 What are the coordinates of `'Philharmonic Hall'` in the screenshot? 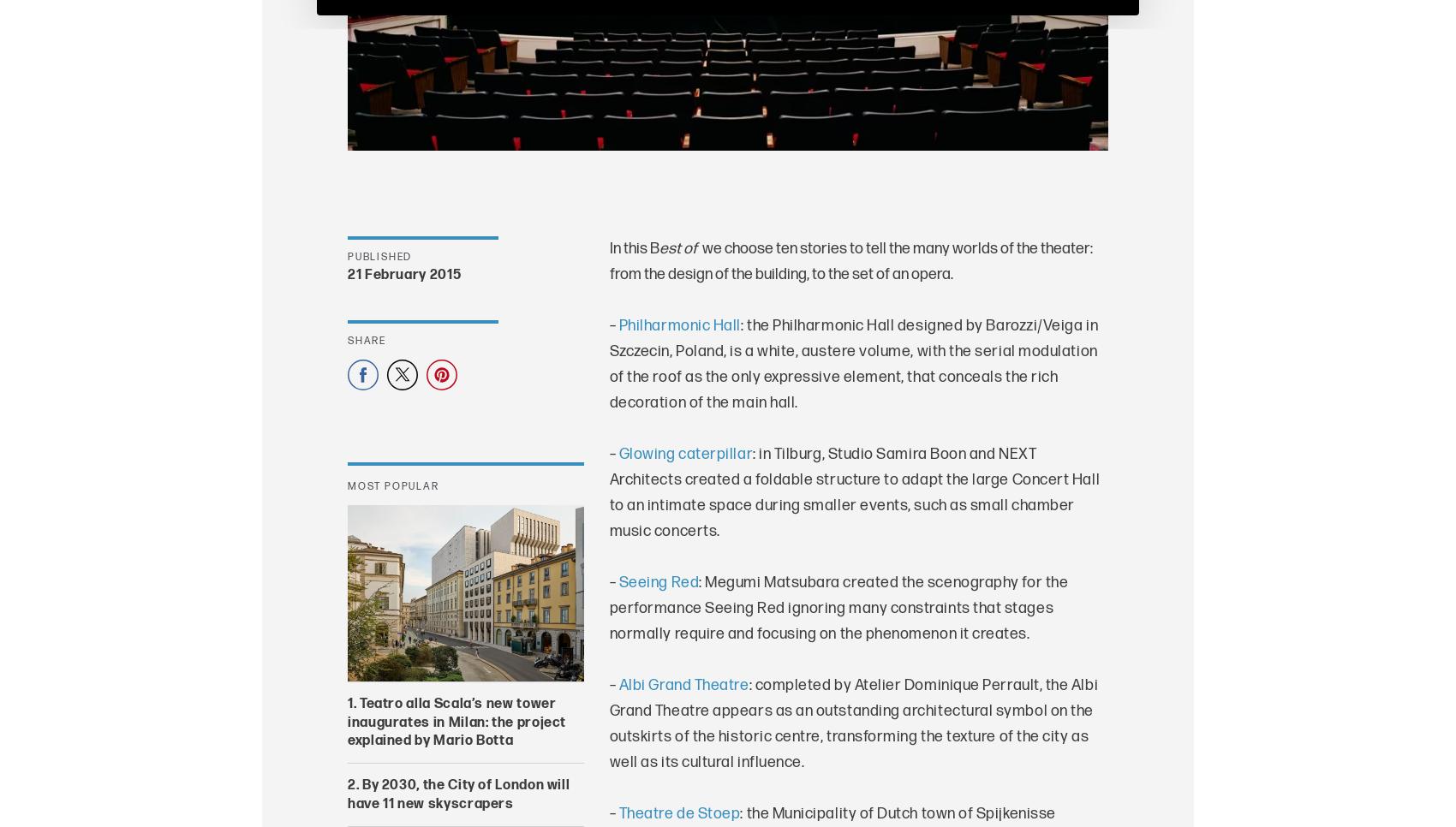 It's located at (678, 325).